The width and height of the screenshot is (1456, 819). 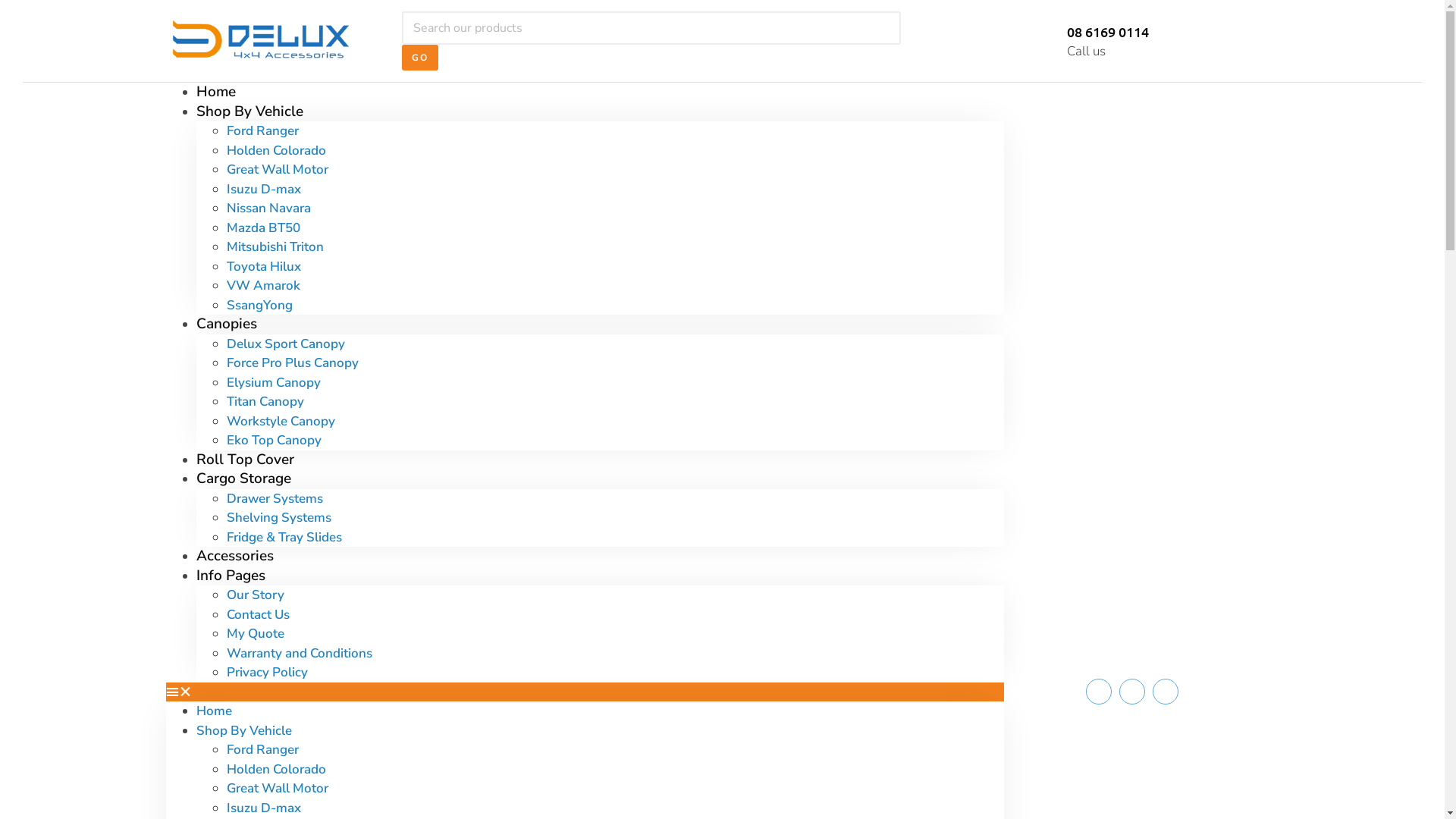 What do you see at coordinates (257, 613) in the screenshot?
I see `'Contact Us'` at bounding box center [257, 613].